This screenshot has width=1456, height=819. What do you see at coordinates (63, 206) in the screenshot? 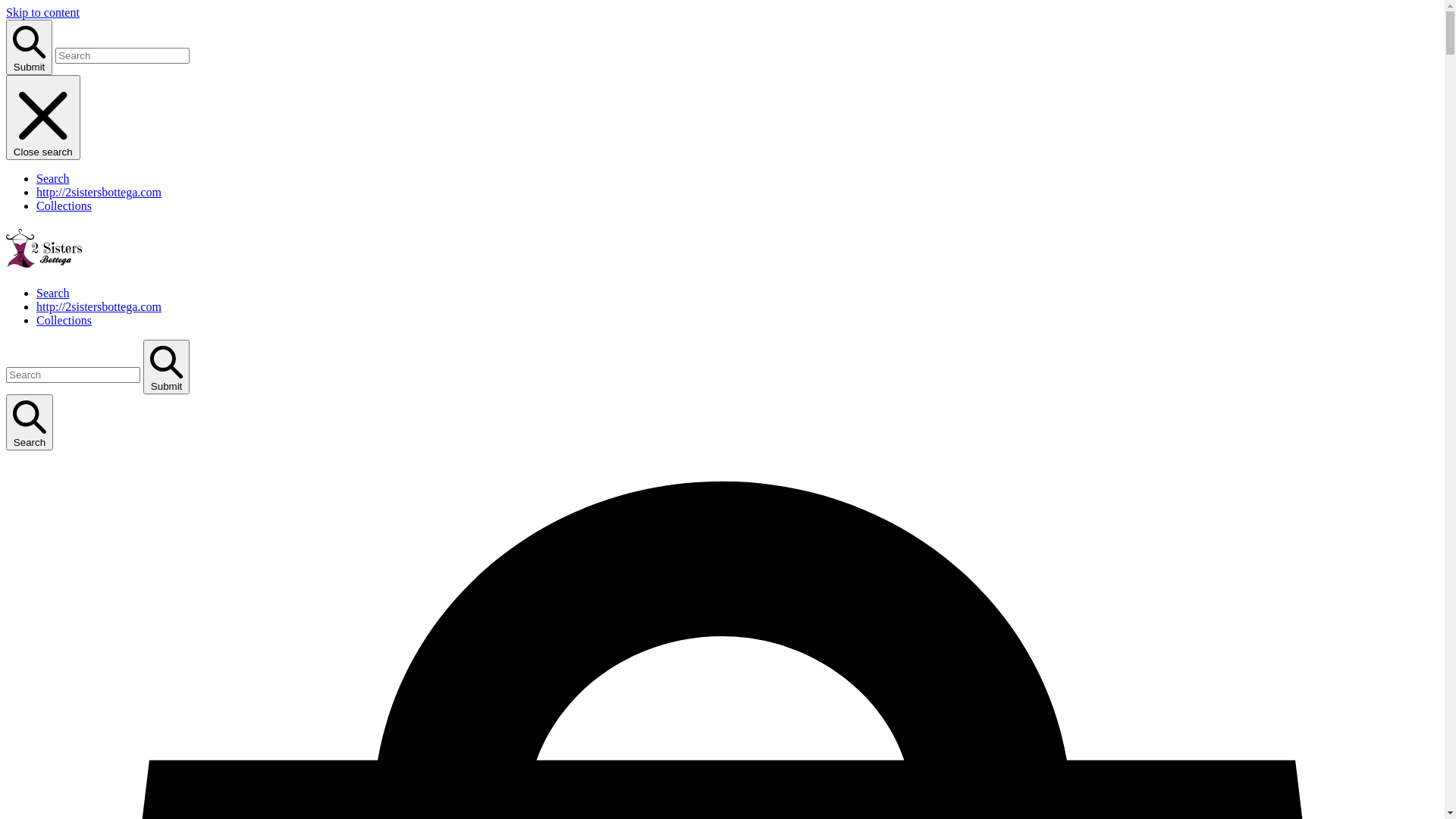
I see `'Collections'` at bounding box center [63, 206].